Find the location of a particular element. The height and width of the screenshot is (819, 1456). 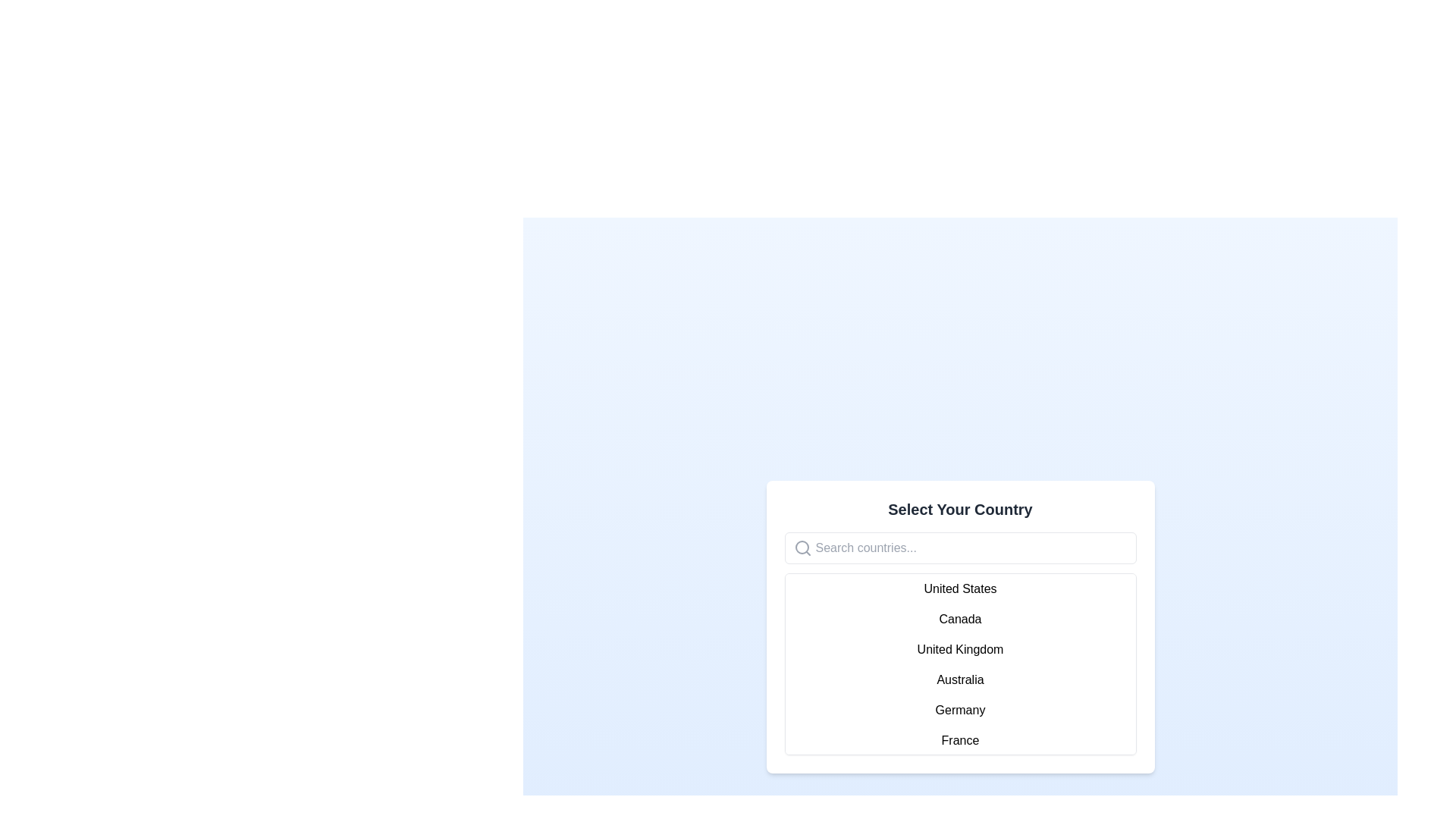

the circular magnifying glass icon located inside the search area at the left side of the input field in the search bar component, which is vertically aligned in the middle is located at coordinates (802, 548).